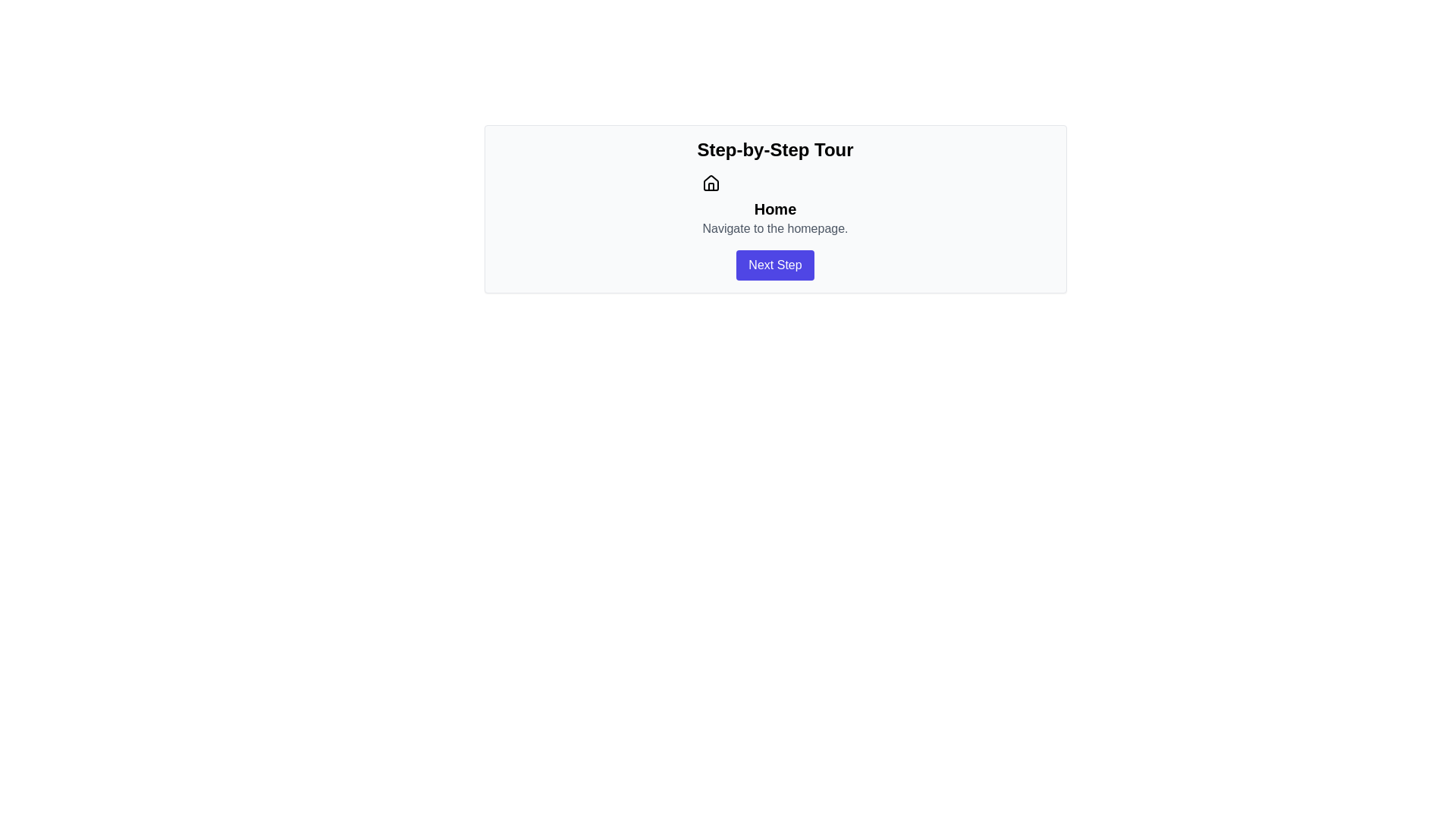  Describe the element at coordinates (775, 209) in the screenshot. I see `the 'Home' text label, which is bold and larger in font, located beneath the house icon and above the text 'Navigate to the homepage.'` at that location.